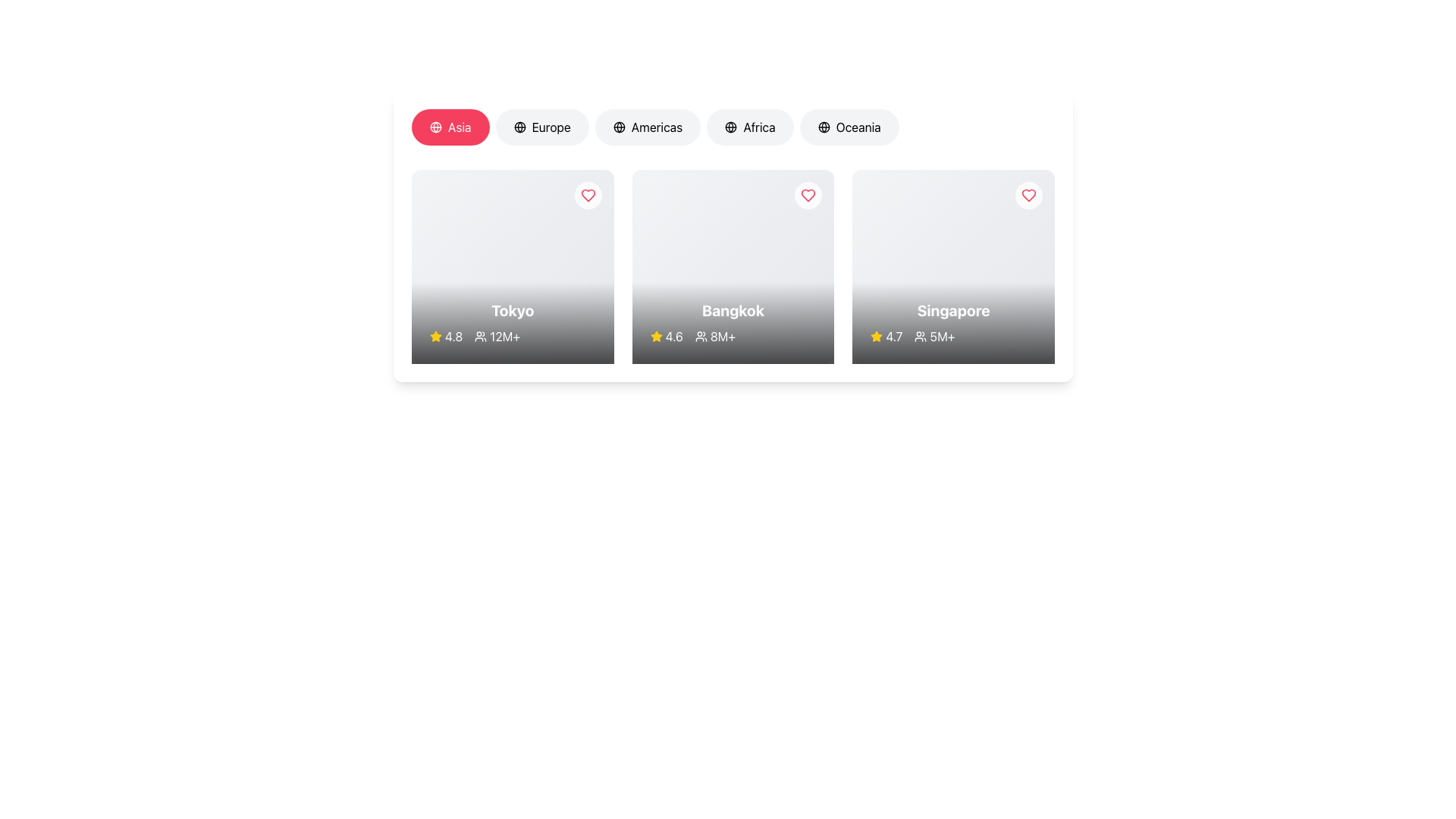  I want to click on rating value displayed in the third card (Singapore) below the main title and above the '5M+' line, aligned to the left after the yellow star icon, so click(886, 335).